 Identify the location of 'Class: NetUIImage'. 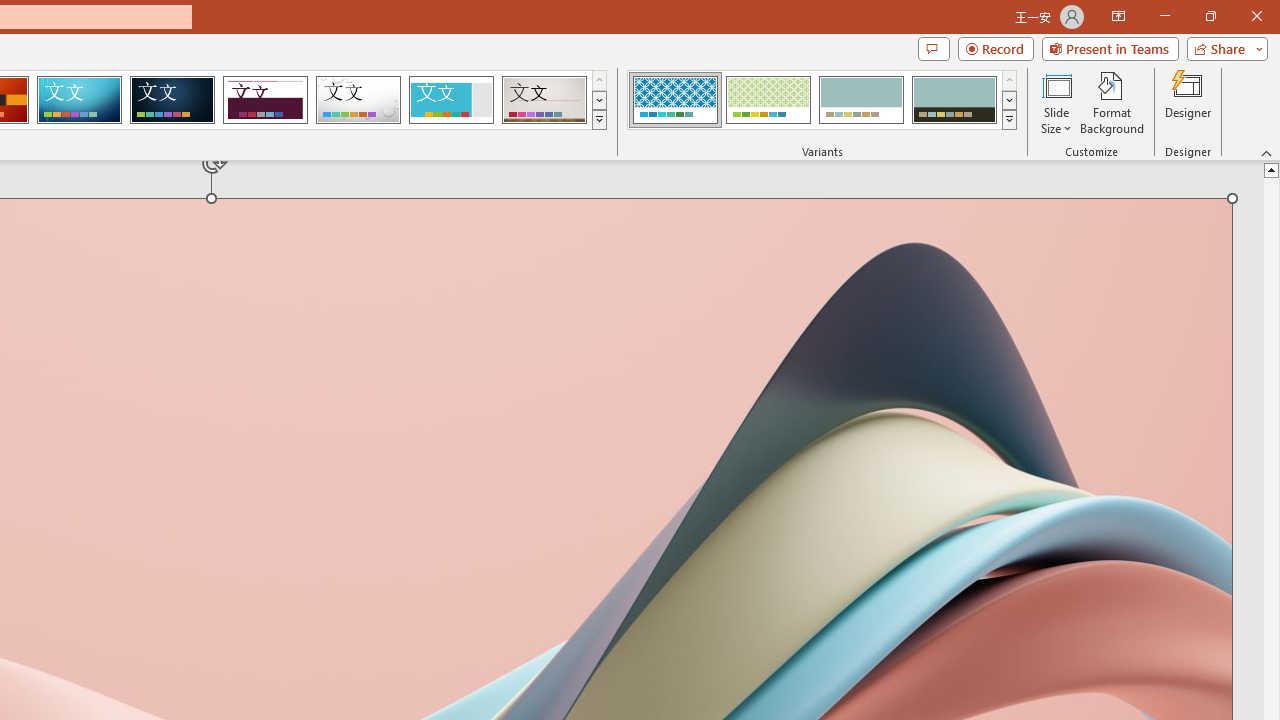
(1009, 119).